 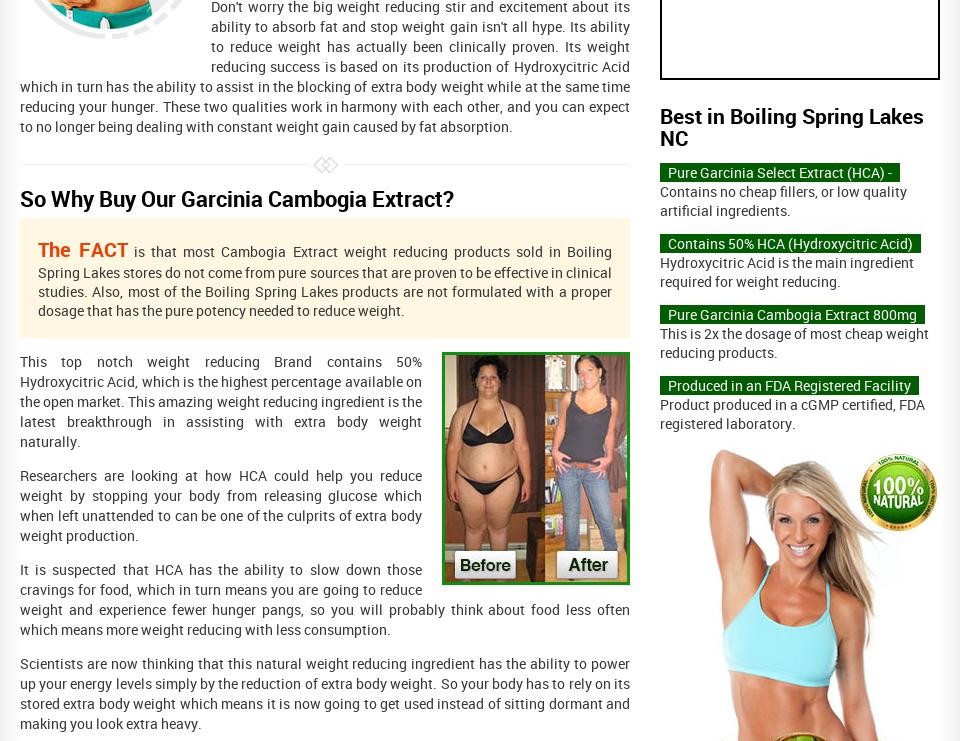 I want to click on 'Best in Boiling Spring Lakes NC', so click(x=659, y=126).